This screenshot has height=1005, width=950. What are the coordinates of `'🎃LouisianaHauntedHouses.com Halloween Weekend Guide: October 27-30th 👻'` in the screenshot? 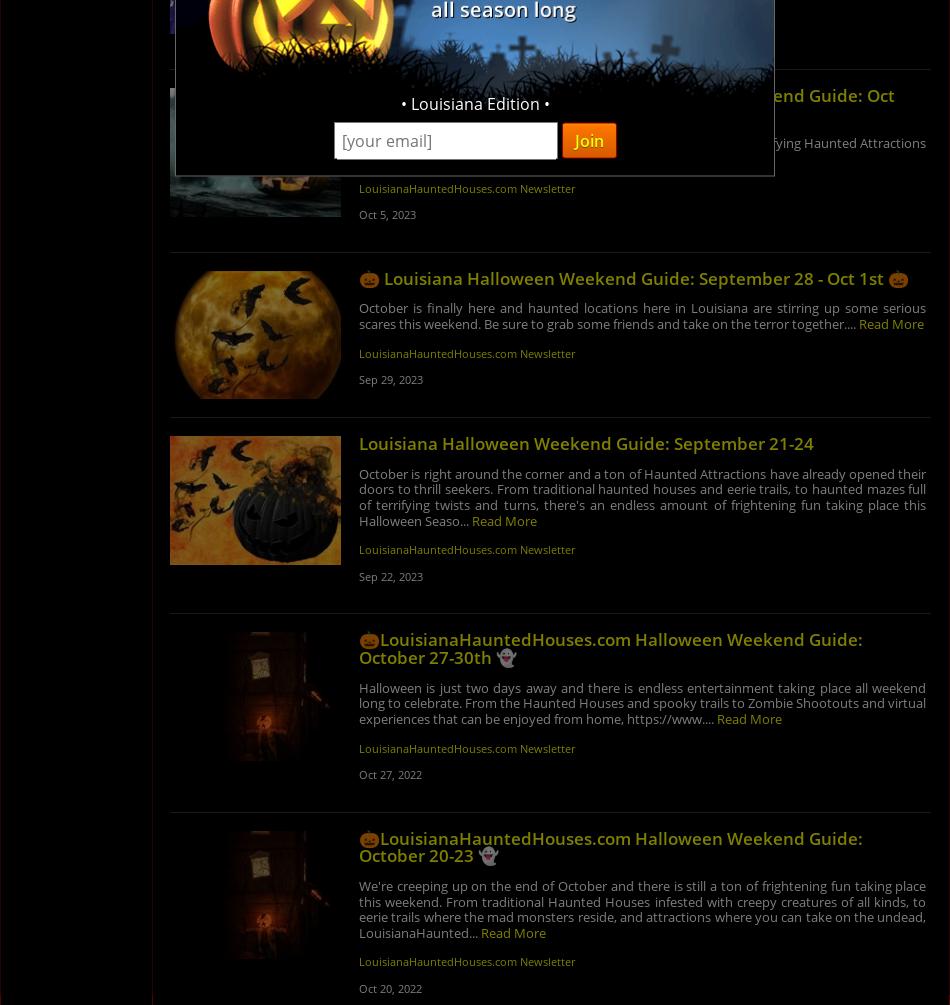 It's located at (609, 647).